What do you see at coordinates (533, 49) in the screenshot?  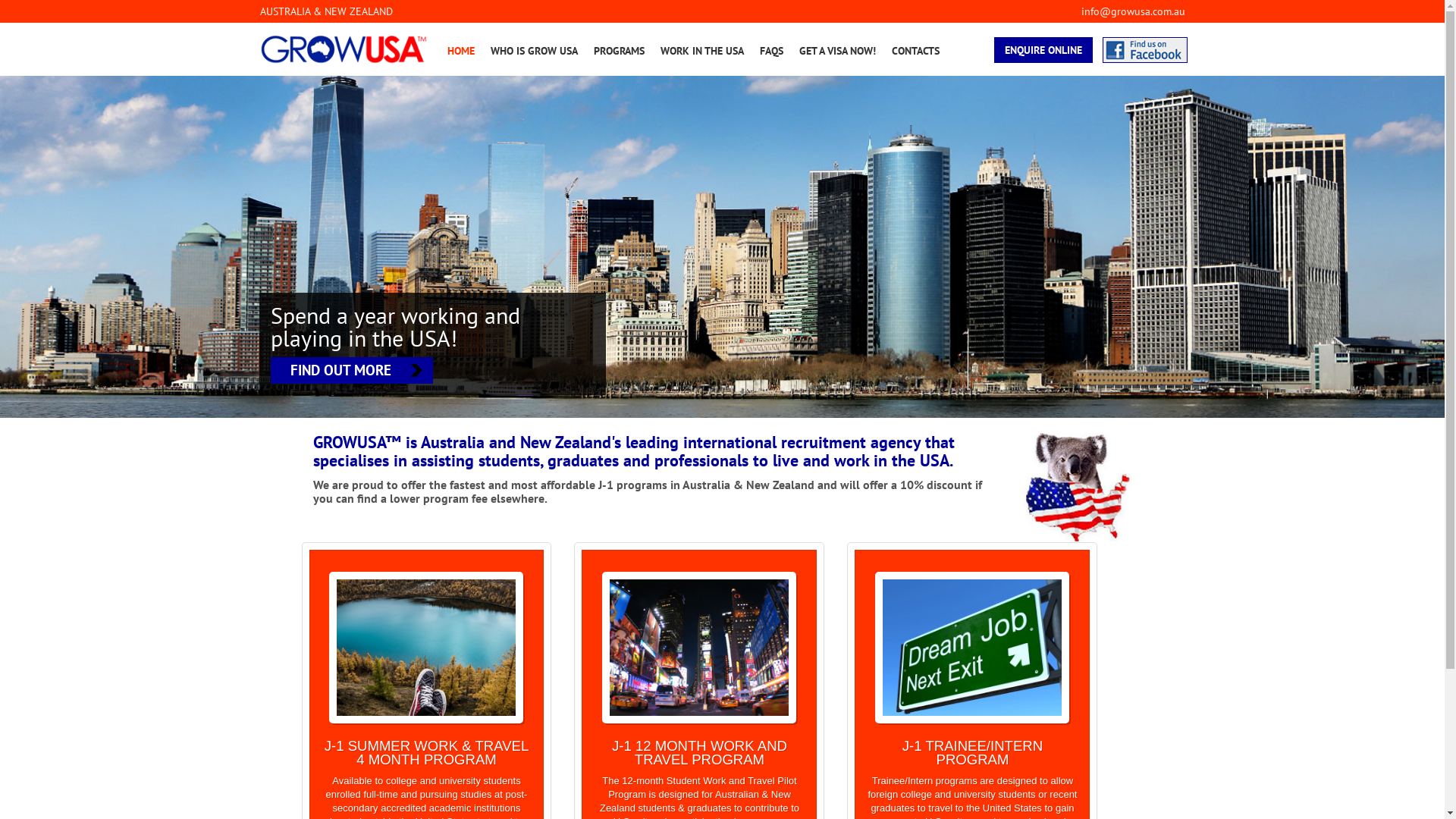 I see `'WHO IS GROW USA'` at bounding box center [533, 49].